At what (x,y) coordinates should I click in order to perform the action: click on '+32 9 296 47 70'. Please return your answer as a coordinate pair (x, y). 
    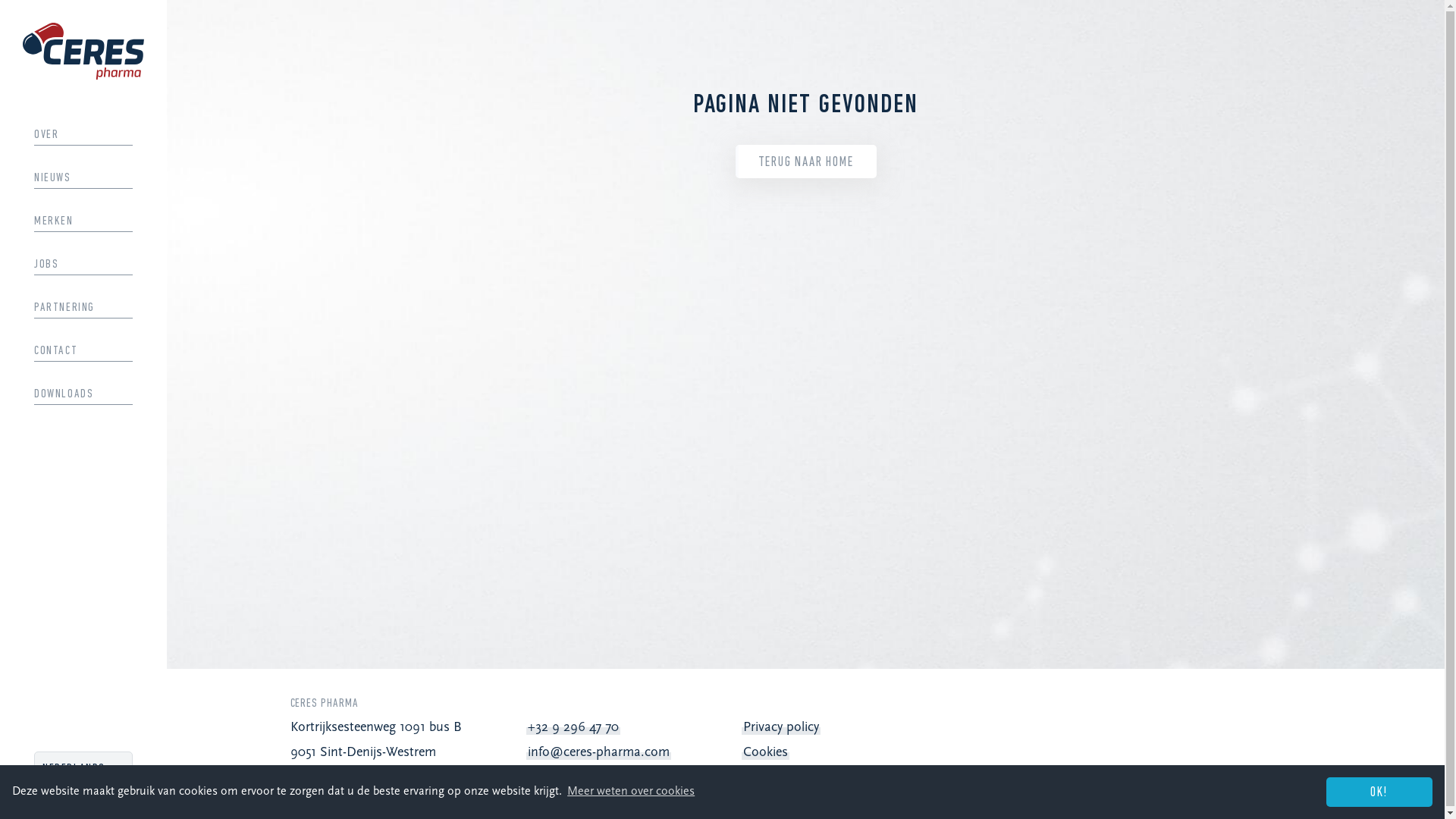
    Looking at the image, I should click on (572, 726).